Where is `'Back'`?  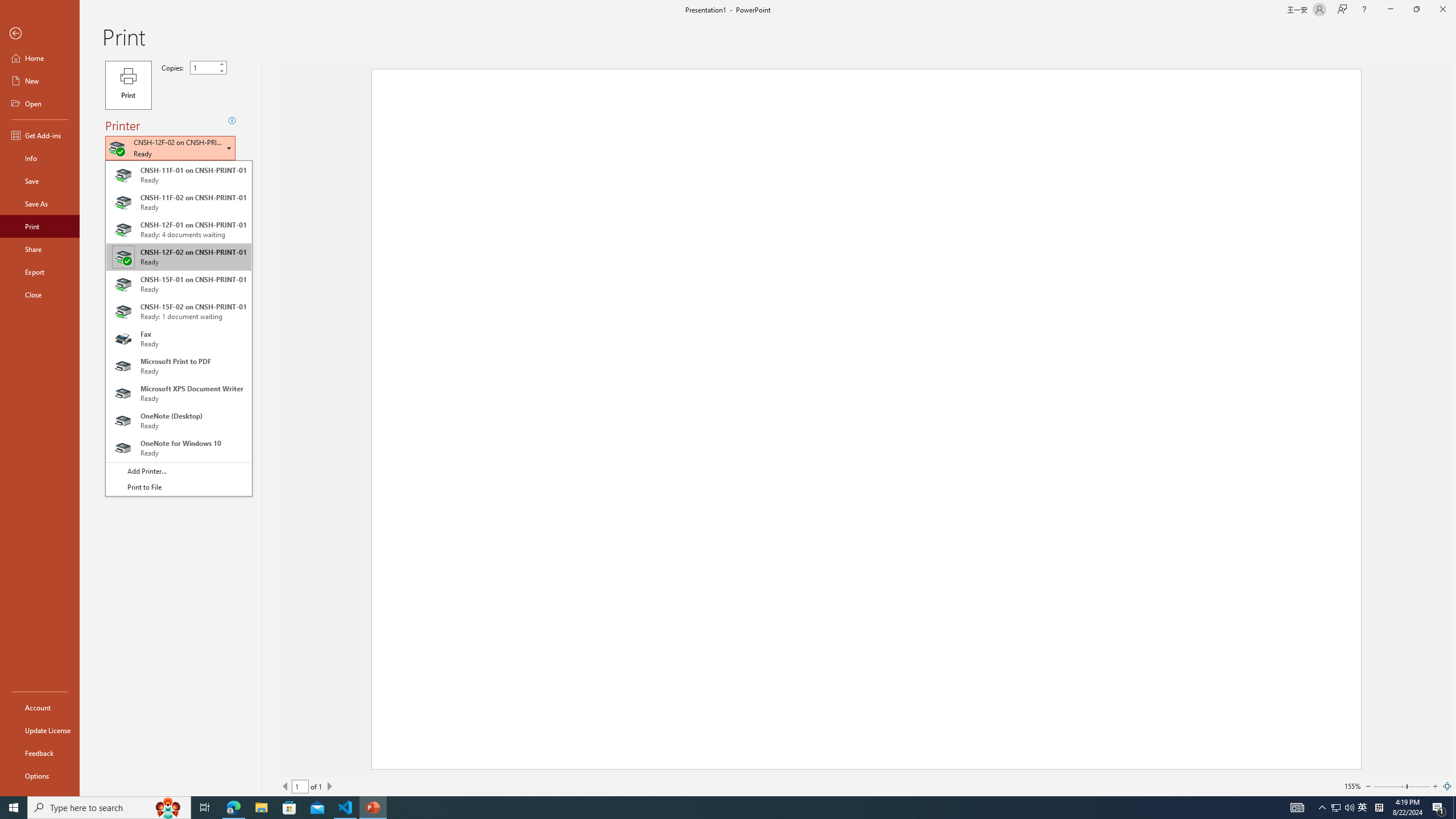
'Back' is located at coordinates (39, 33).